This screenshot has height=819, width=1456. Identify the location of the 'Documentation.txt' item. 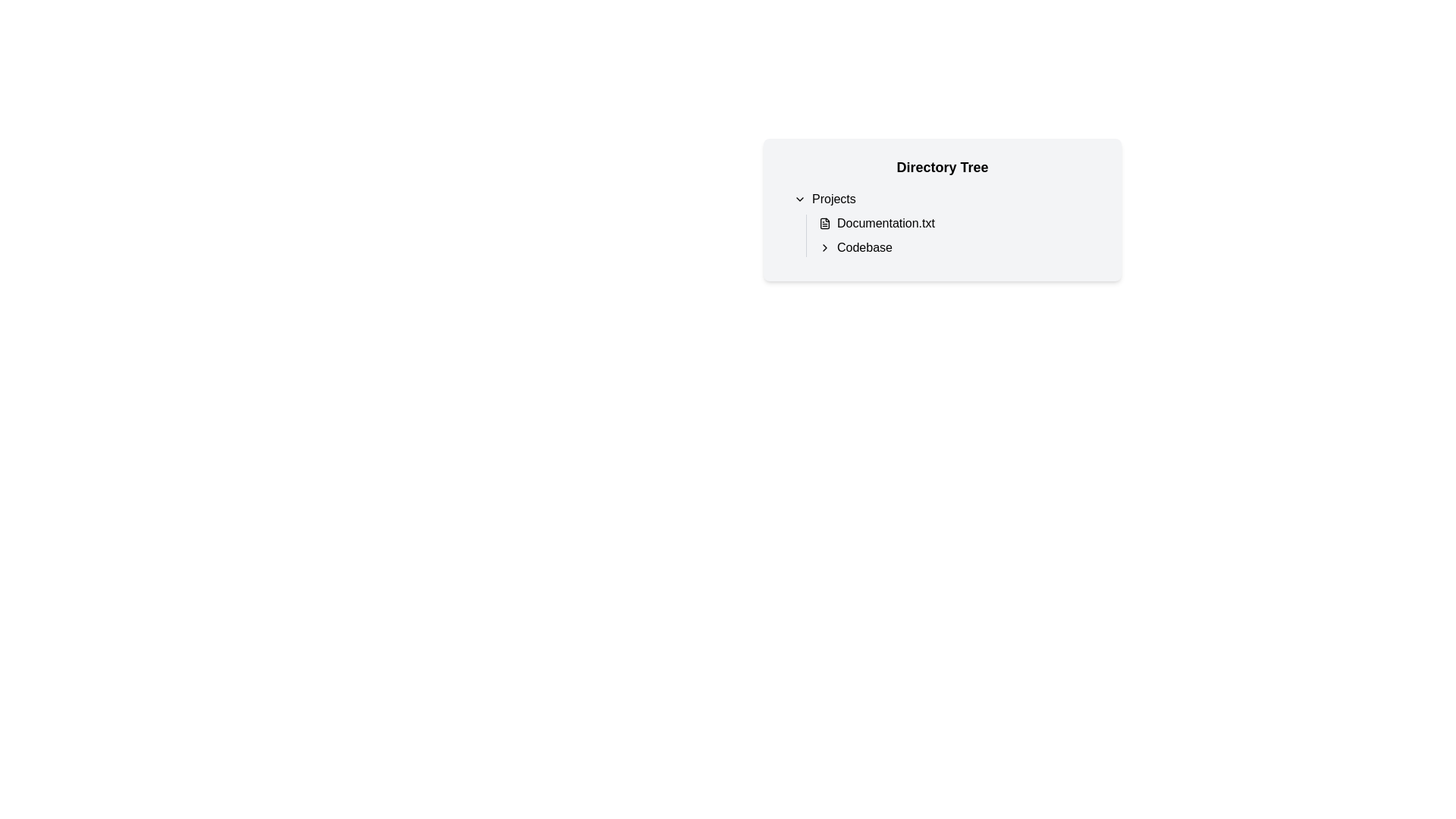
(953, 236).